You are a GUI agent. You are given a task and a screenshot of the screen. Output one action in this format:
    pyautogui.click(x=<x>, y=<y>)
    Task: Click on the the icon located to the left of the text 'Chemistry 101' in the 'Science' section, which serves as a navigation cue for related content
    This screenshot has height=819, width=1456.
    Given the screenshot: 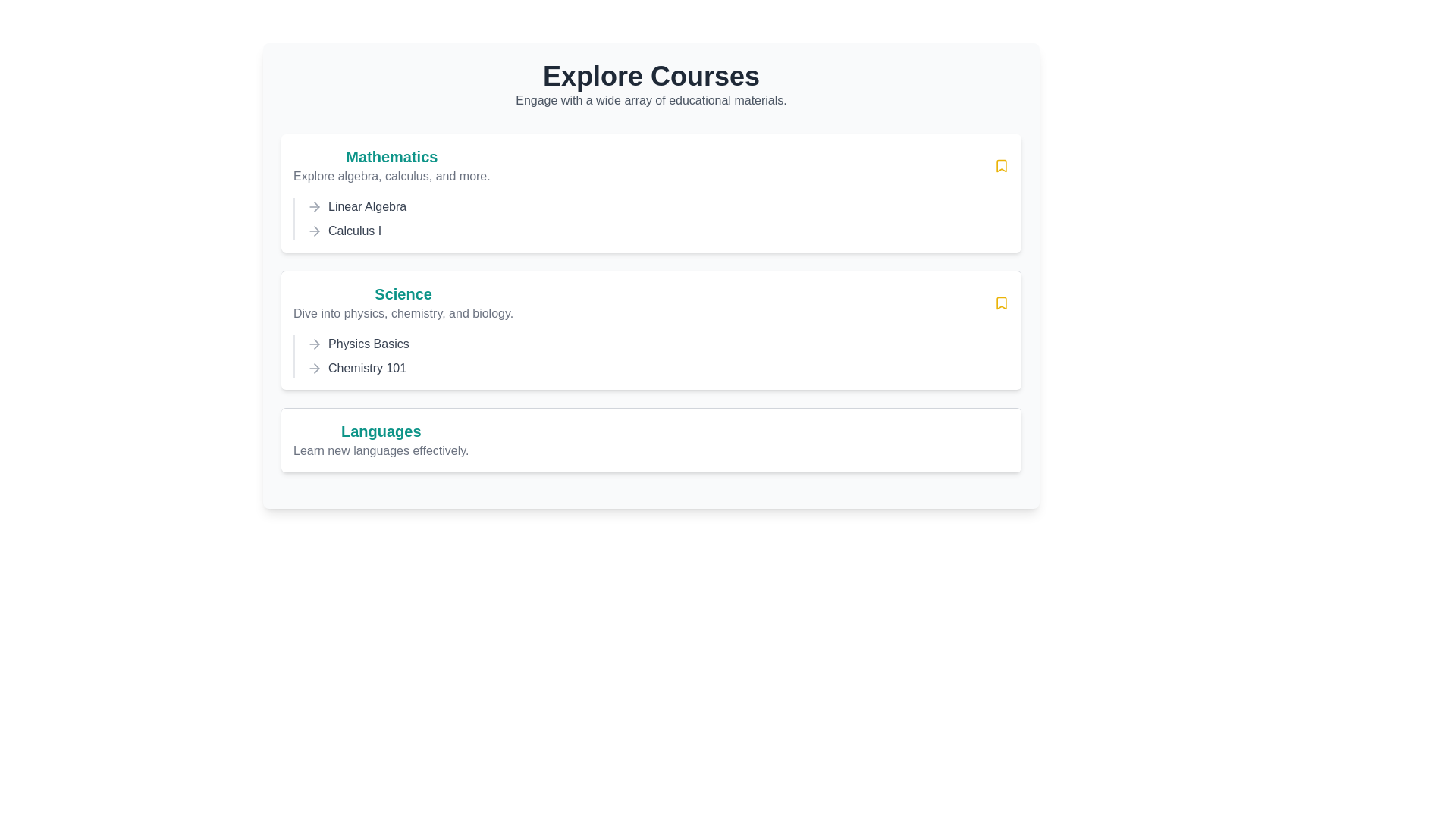 What is the action you would take?
    pyautogui.click(x=313, y=369)
    